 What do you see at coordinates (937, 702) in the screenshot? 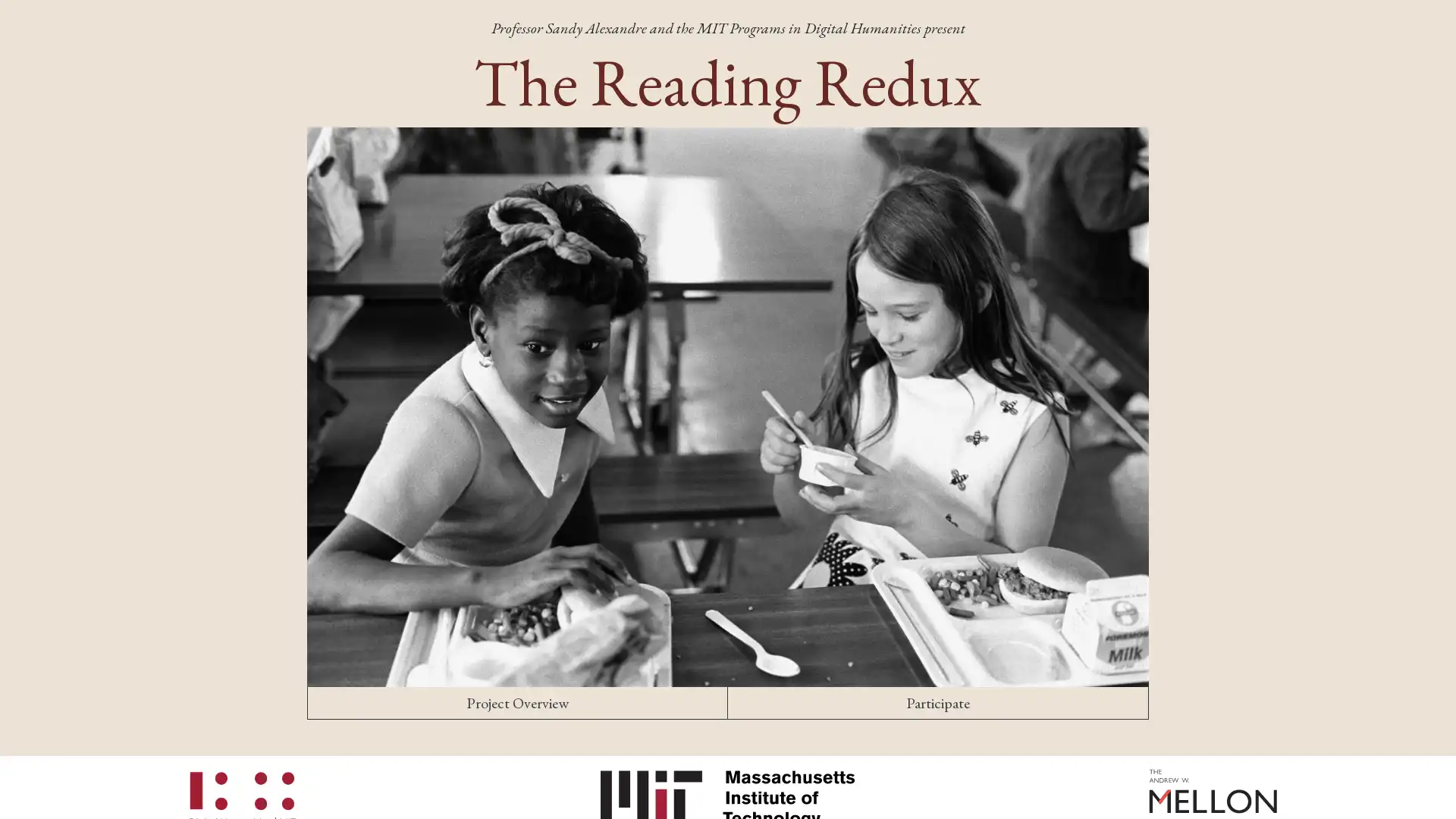
I see `Participate` at bounding box center [937, 702].